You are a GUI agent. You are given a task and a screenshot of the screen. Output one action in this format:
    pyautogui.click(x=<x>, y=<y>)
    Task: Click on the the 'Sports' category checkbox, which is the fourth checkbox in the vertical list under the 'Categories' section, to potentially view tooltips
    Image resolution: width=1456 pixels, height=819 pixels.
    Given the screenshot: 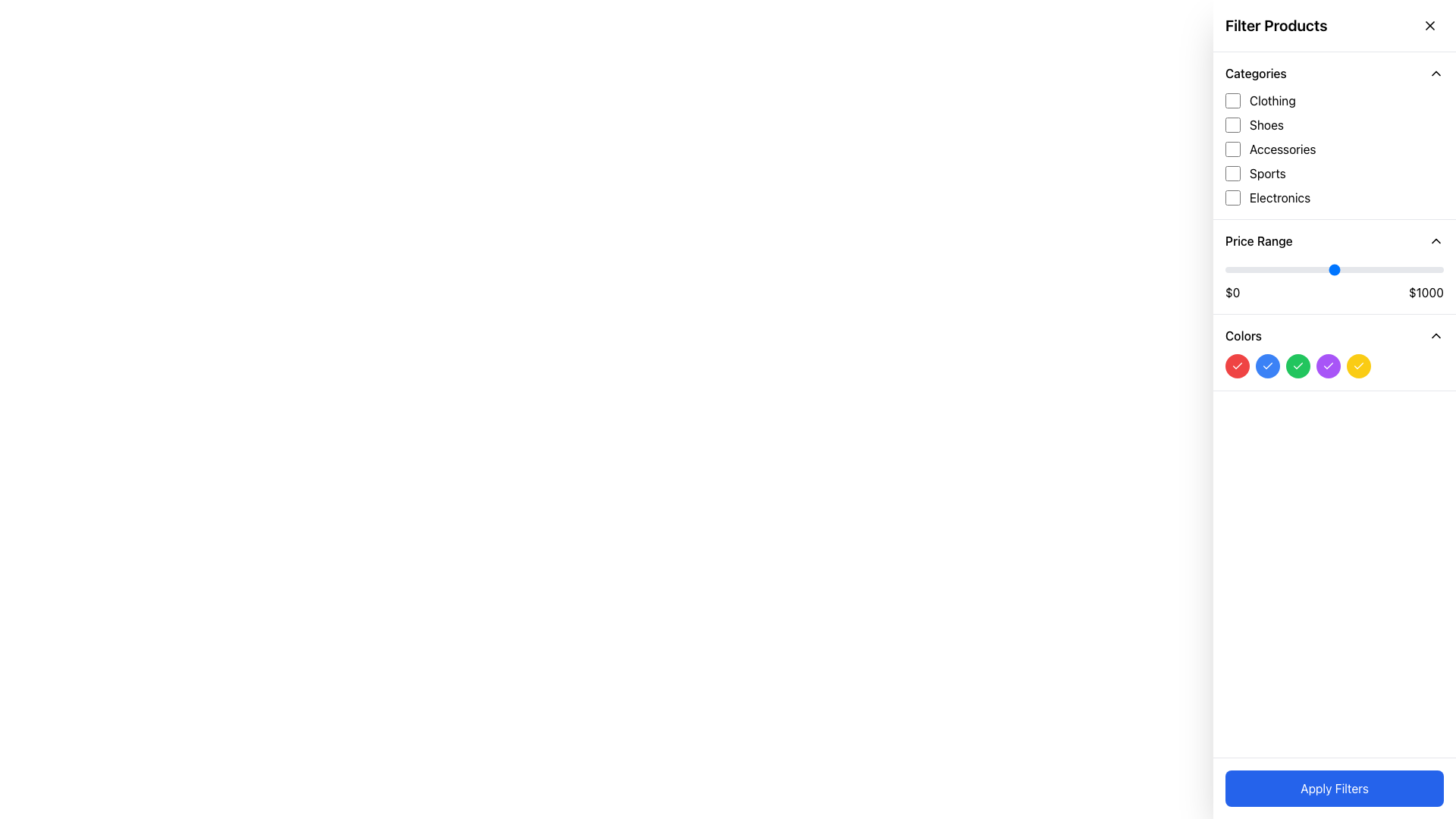 What is the action you would take?
    pyautogui.click(x=1233, y=172)
    